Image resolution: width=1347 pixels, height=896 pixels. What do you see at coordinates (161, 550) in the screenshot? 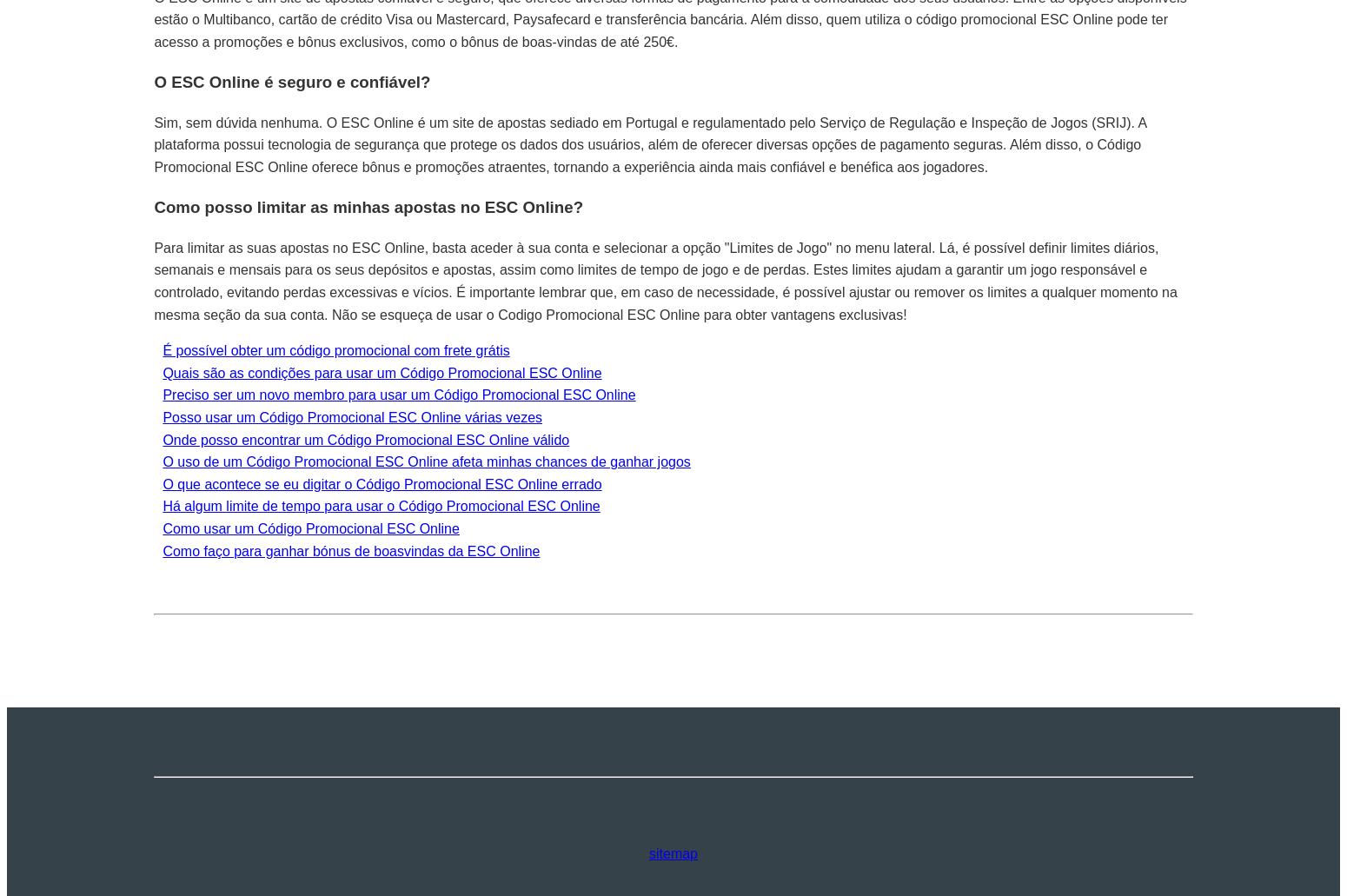
I see `'Como faço para ganhar bónus de boasvindas da ESC Online'` at bounding box center [161, 550].